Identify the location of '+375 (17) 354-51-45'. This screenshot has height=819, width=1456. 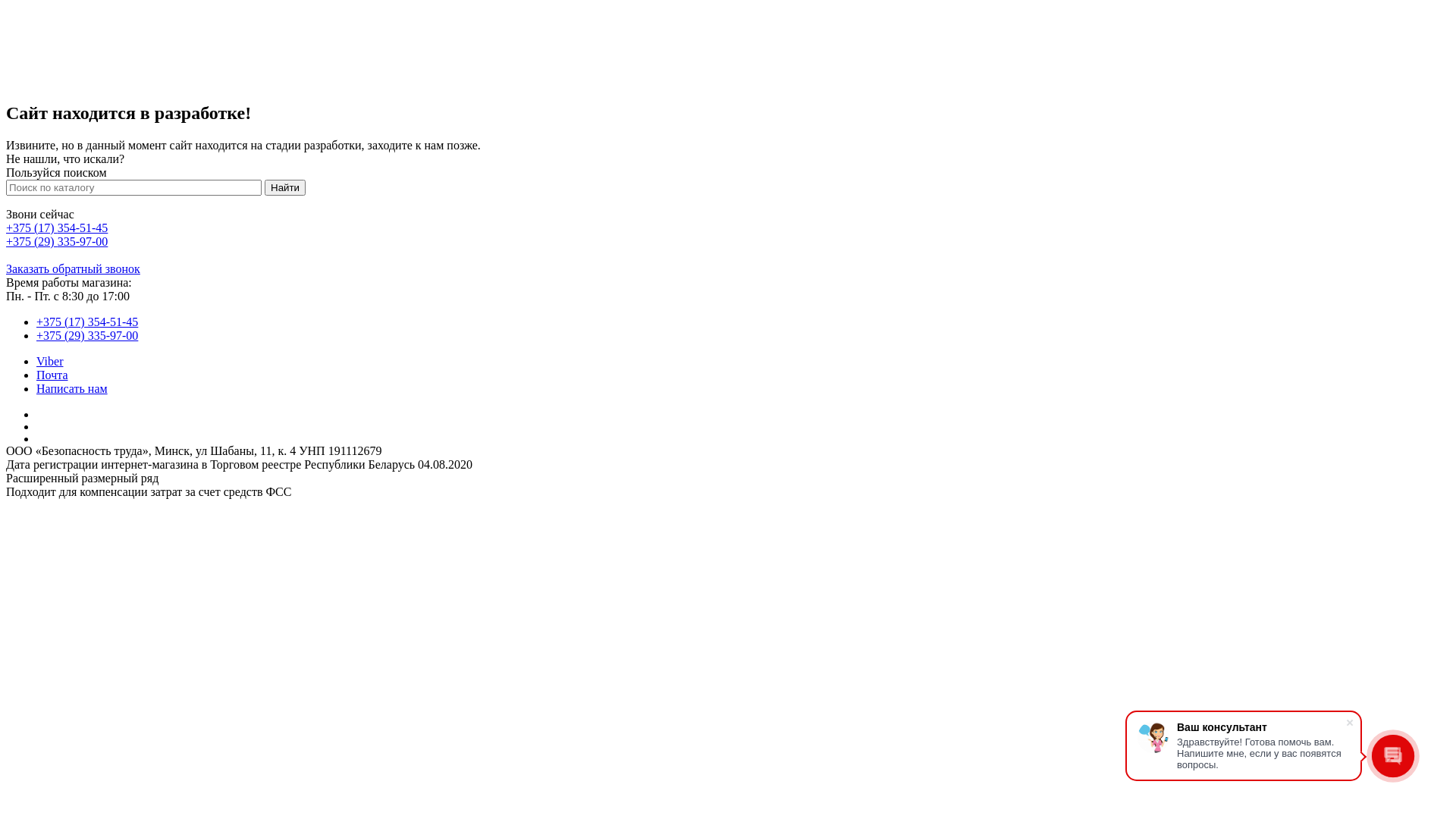
(86, 321).